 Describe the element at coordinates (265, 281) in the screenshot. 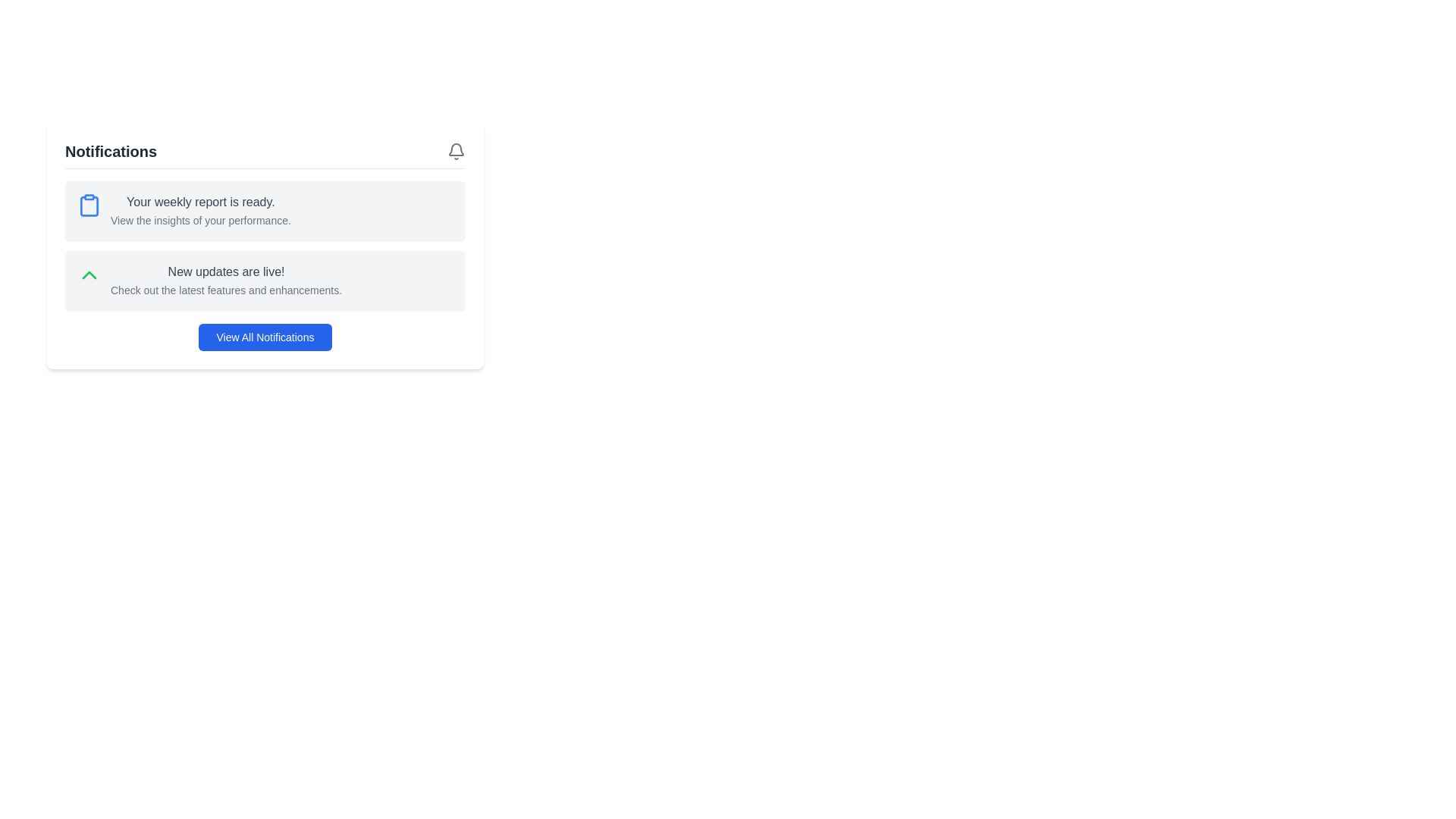

I see `the second notification card in the notification panel` at that location.